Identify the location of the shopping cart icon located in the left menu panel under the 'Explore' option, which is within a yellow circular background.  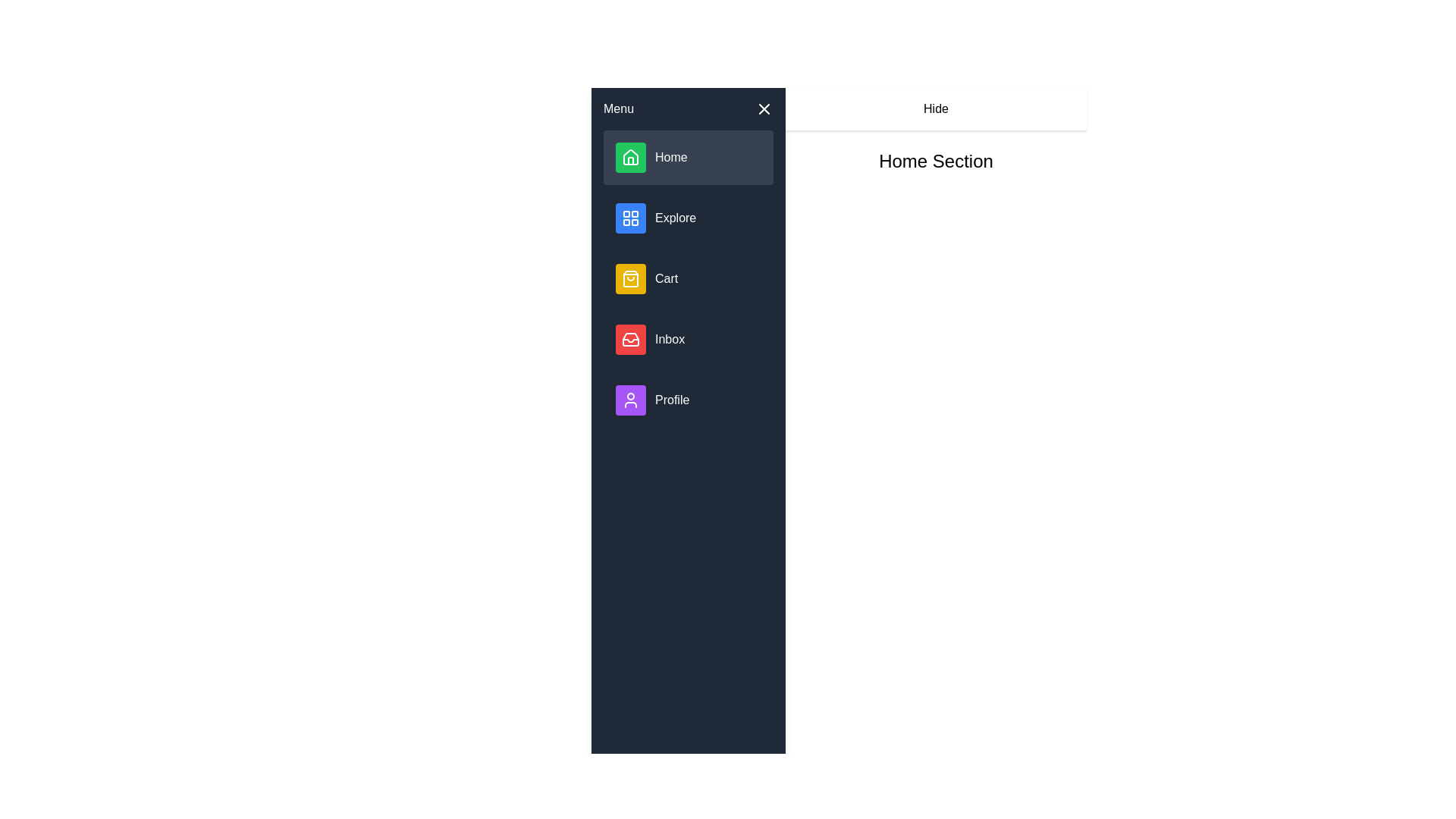
(630, 278).